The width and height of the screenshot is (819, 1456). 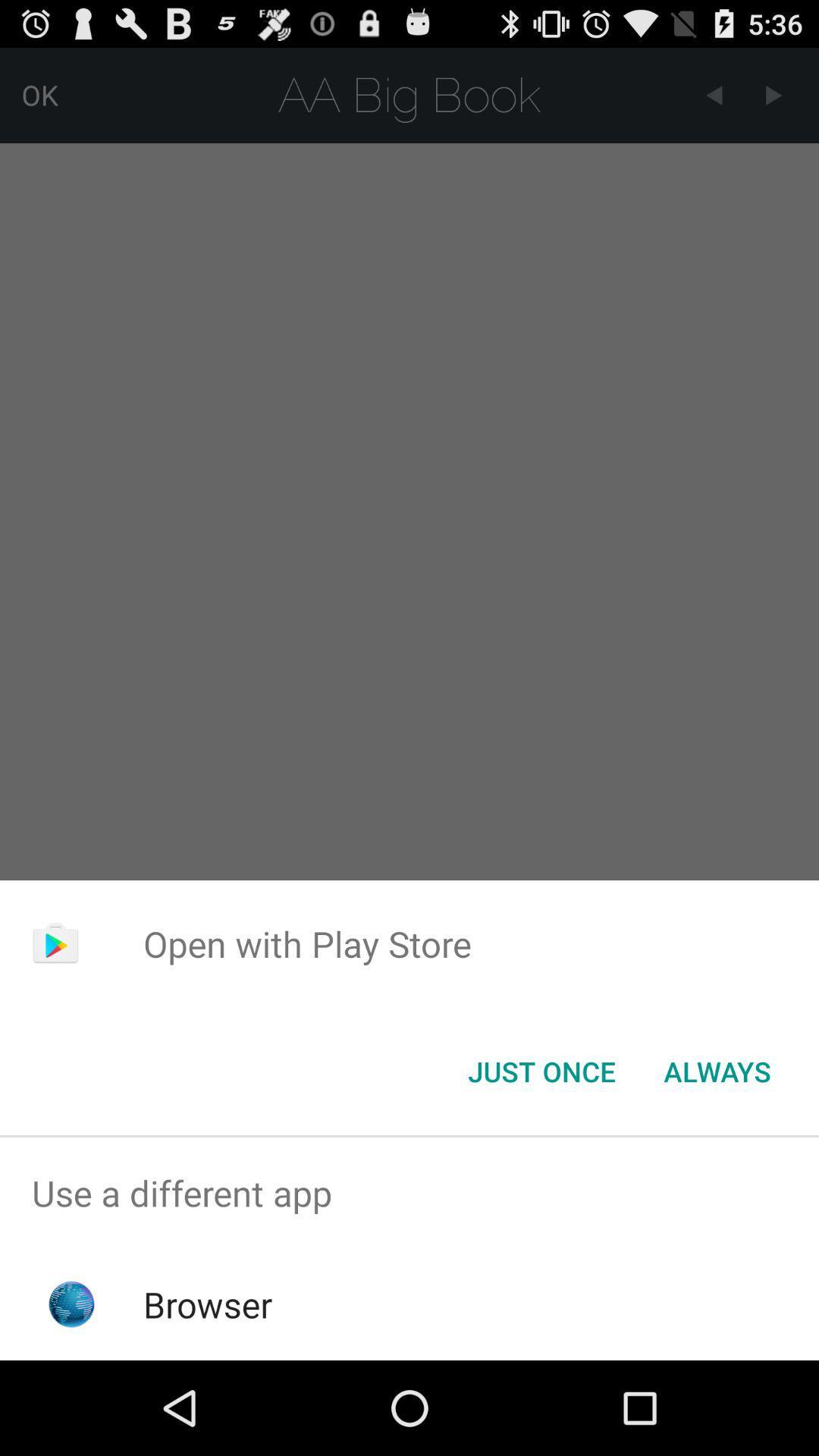 What do you see at coordinates (717, 1070) in the screenshot?
I see `the item below open with play` at bounding box center [717, 1070].